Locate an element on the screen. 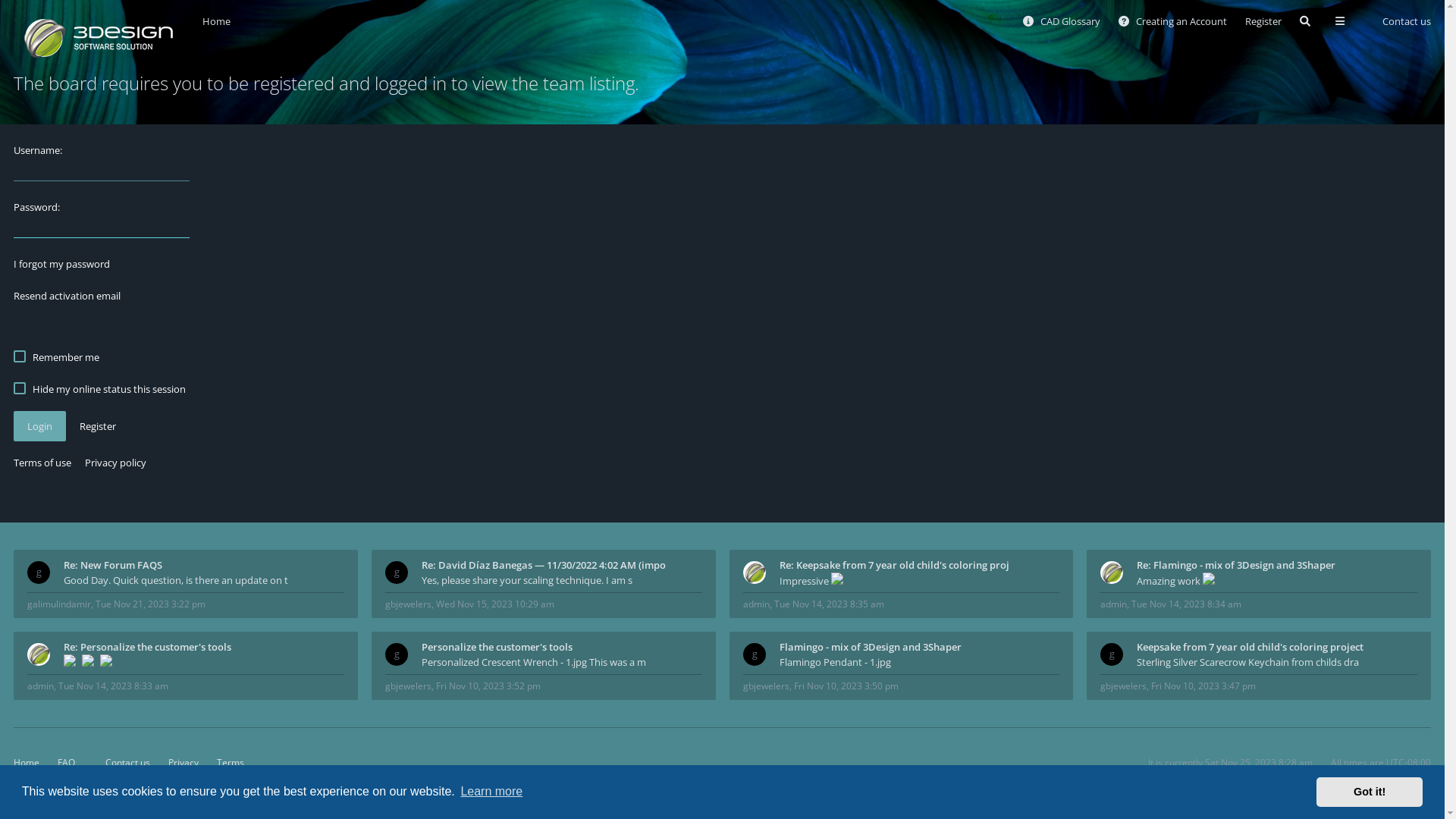 The width and height of the screenshot is (1456, 819). 'Privacy policy' is located at coordinates (83, 461).